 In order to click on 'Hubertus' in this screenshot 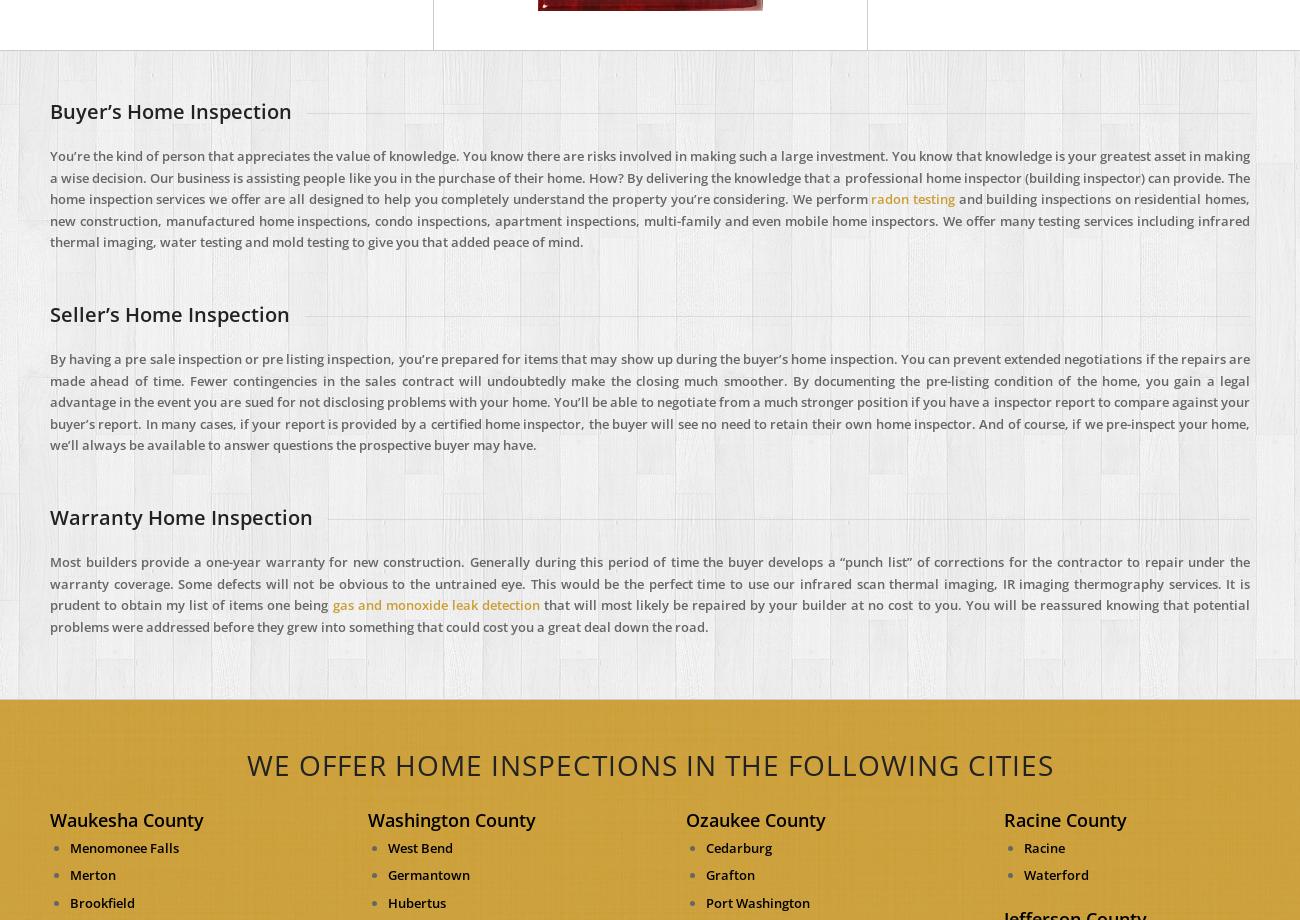, I will do `click(417, 900)`.